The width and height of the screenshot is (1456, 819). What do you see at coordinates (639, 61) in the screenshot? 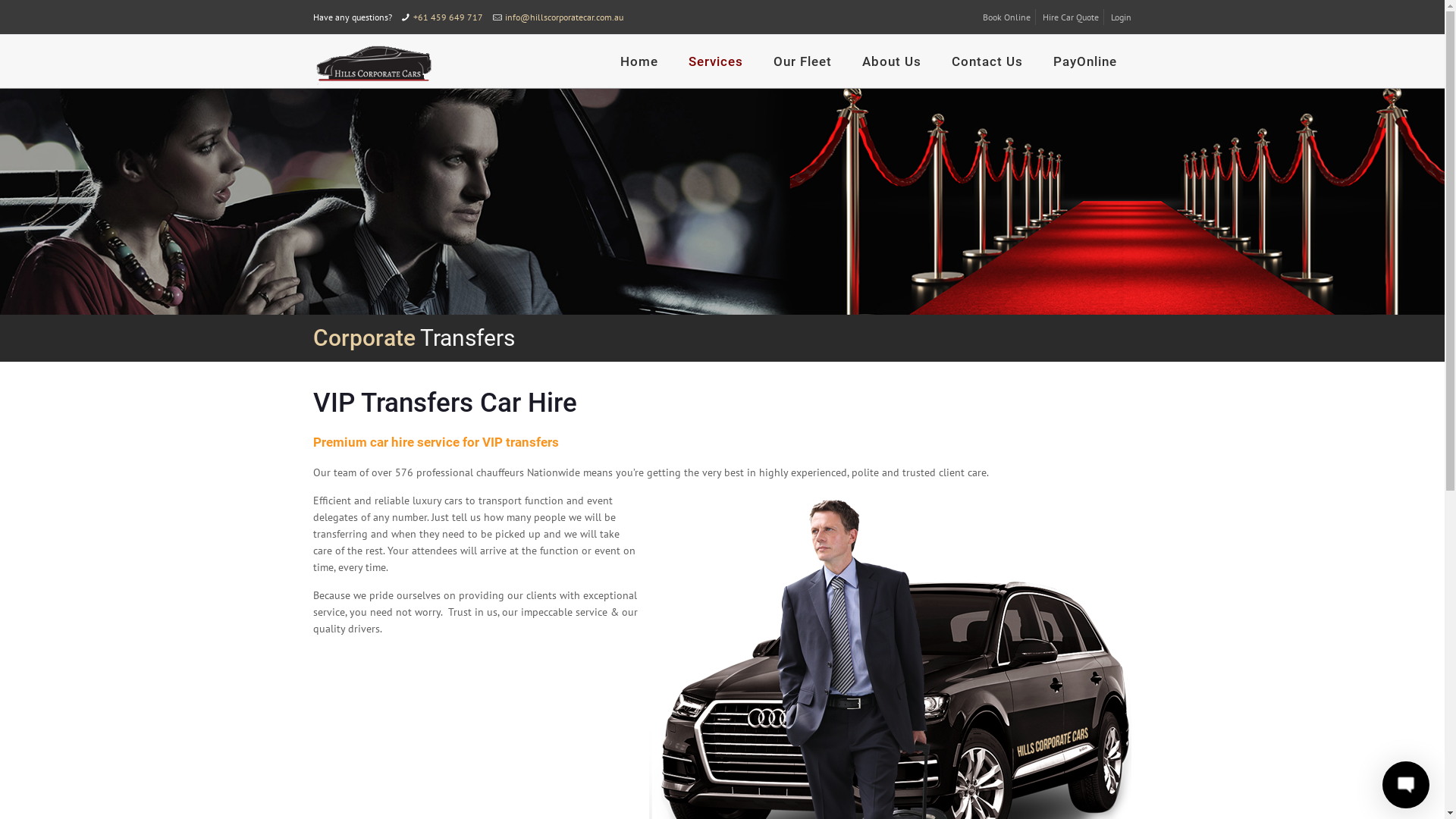
I see `'Home'` at bounding box center [639, 61].